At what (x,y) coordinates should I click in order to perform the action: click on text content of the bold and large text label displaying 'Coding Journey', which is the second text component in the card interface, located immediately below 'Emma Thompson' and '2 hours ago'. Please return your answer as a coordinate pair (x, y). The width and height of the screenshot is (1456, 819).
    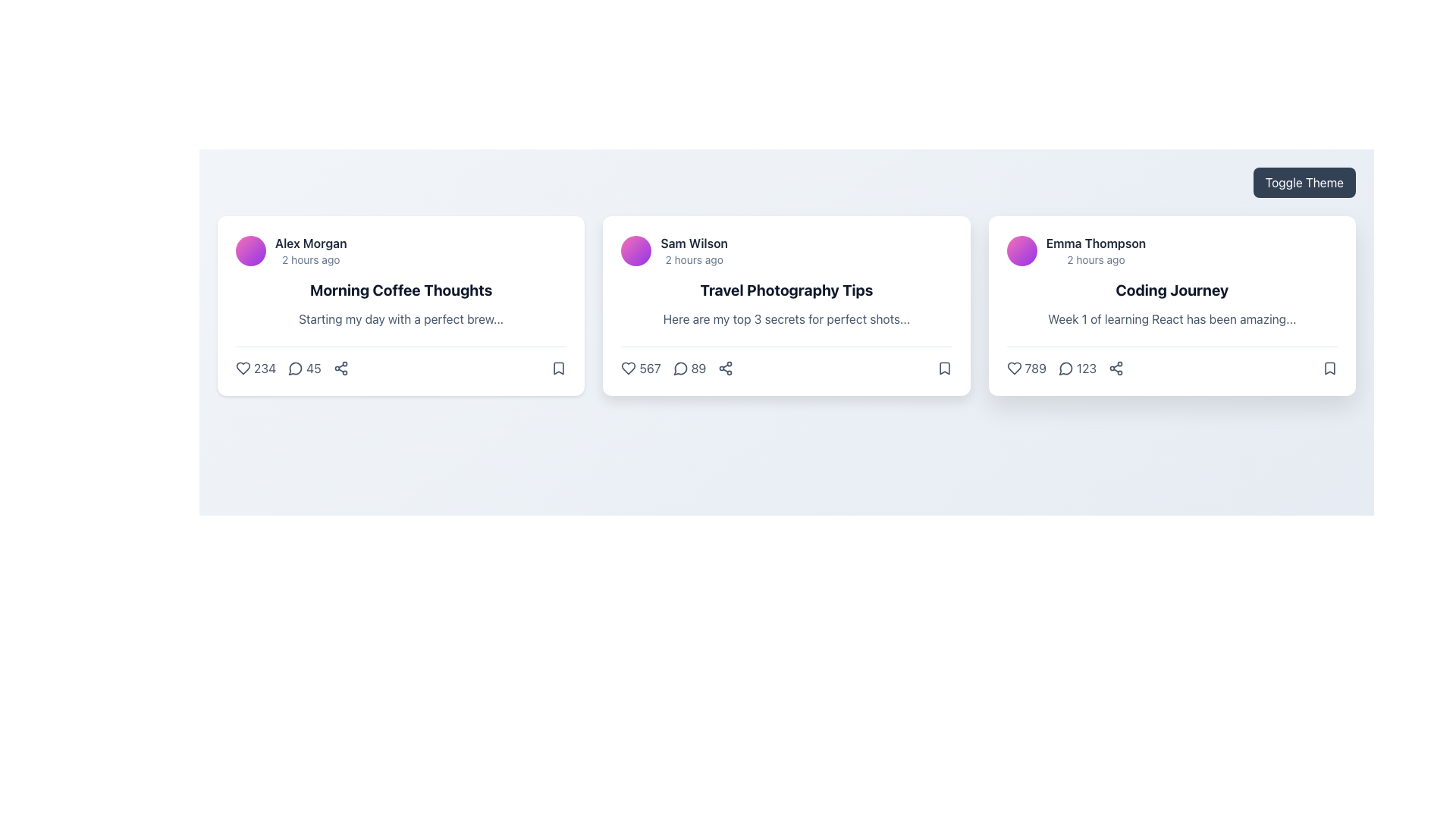
    Looking at the image, I should click on (1171, 290).